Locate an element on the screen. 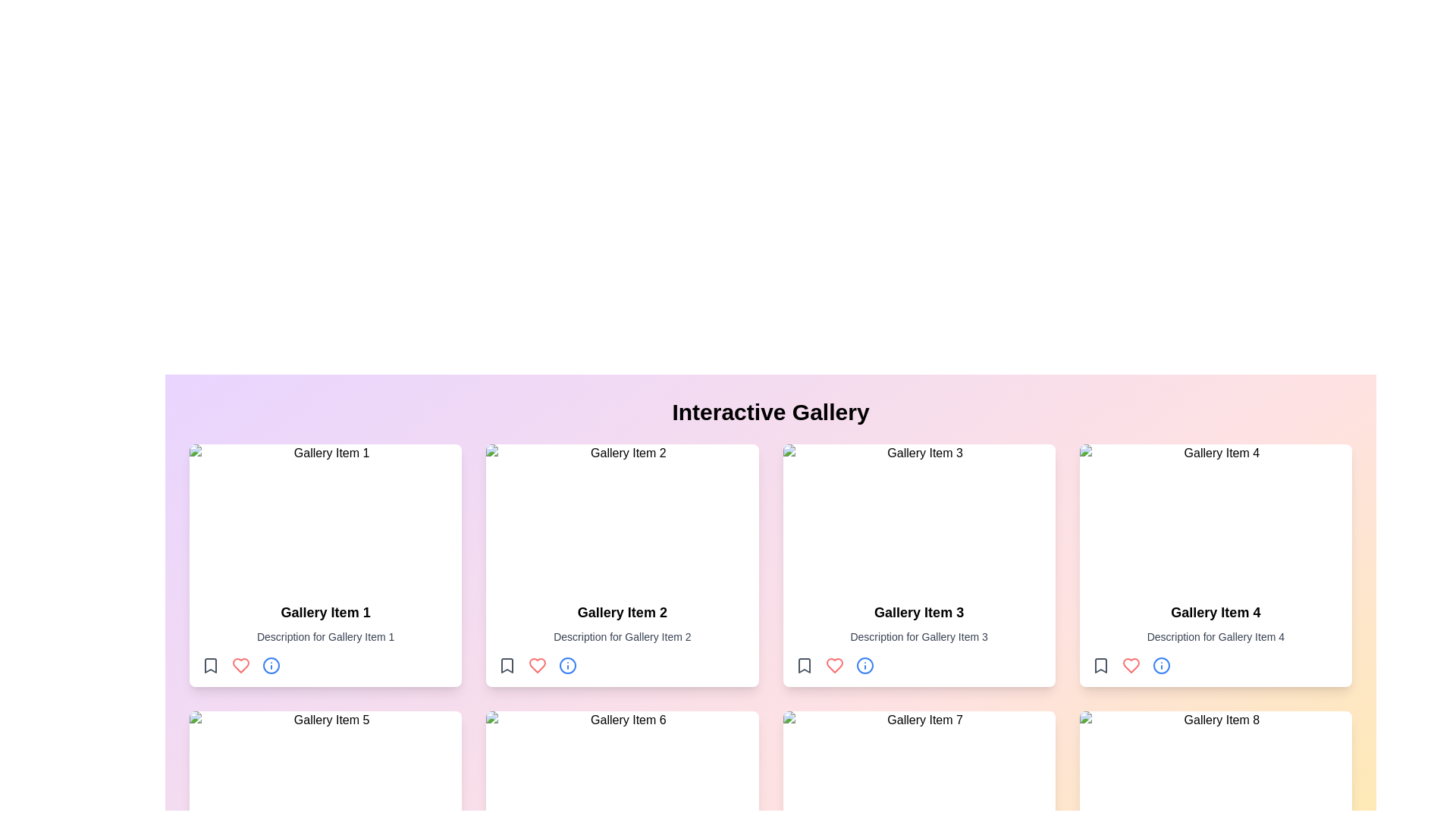 Image resolution: width=1456 pixels, height=819 pixels. the bookmark icon located below 'Gallery Item 4' and to the left of the heart-shaped icon in the item card's footer is located at coordinates (1100, 665).